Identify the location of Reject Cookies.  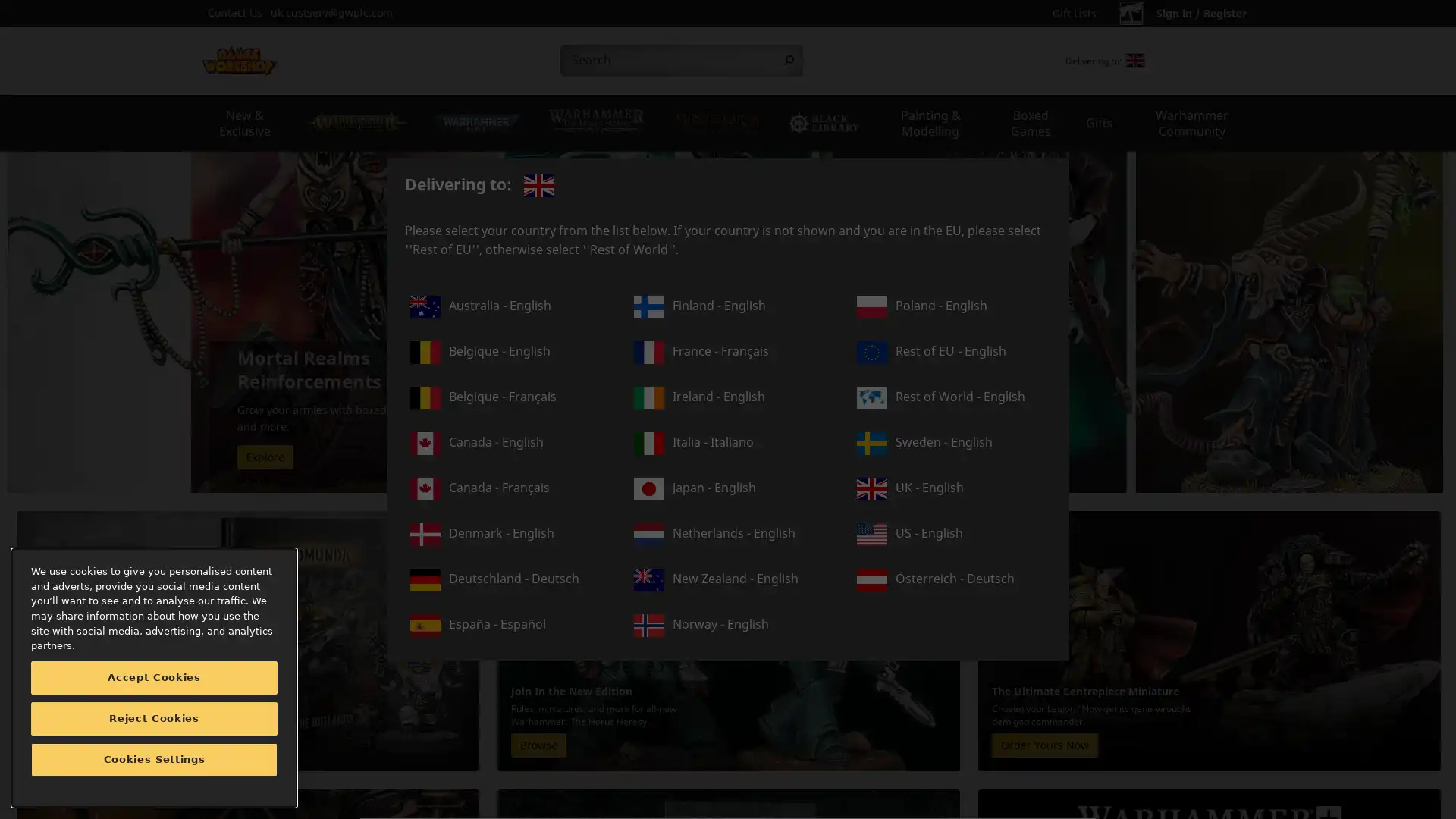
(154, 718).